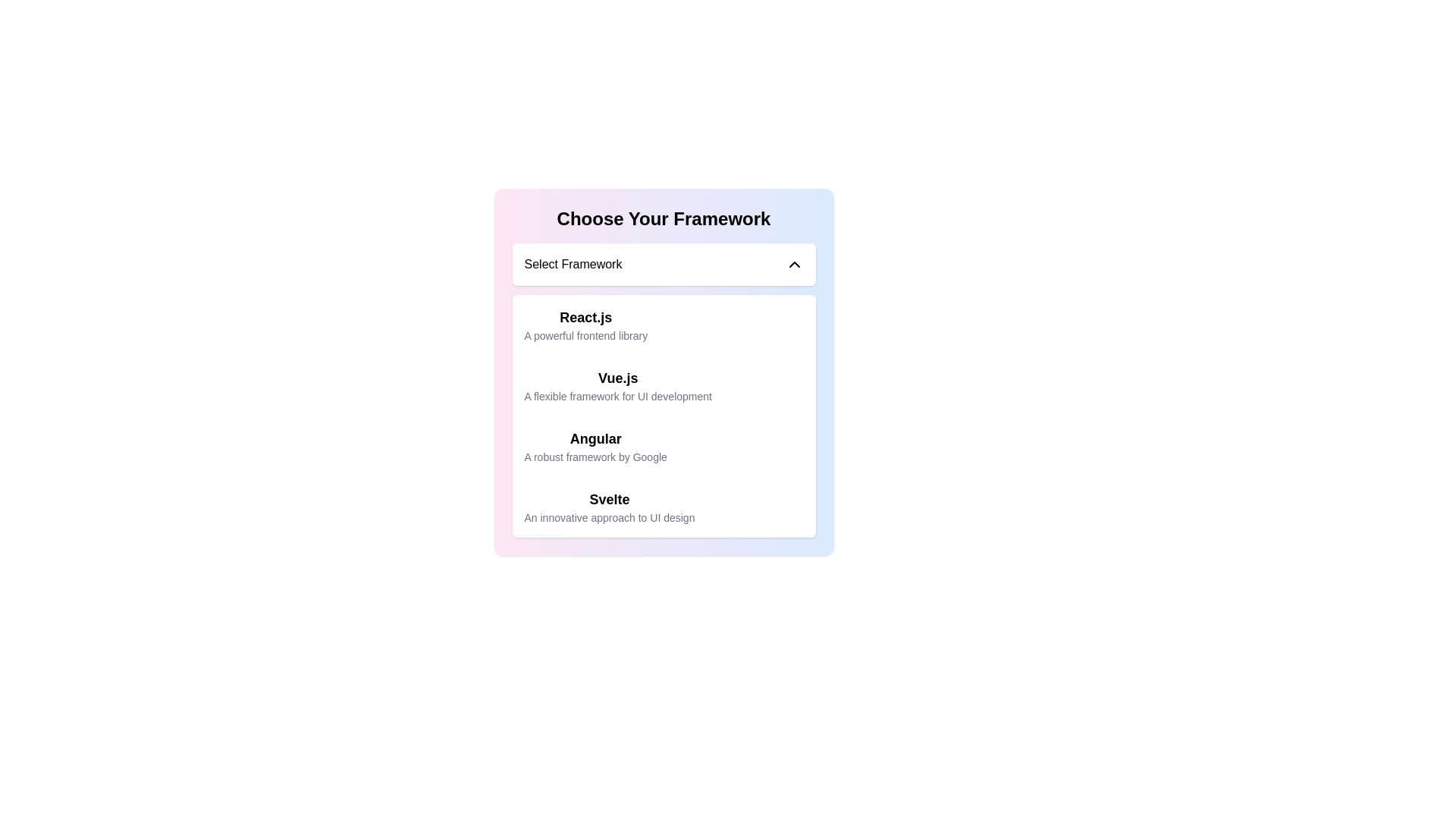 This screenshot has height=819, width=1456. I want to click on the 'Select Framework' label, which is a bold, black text element centered within a dropdown box, so click(572, 263).